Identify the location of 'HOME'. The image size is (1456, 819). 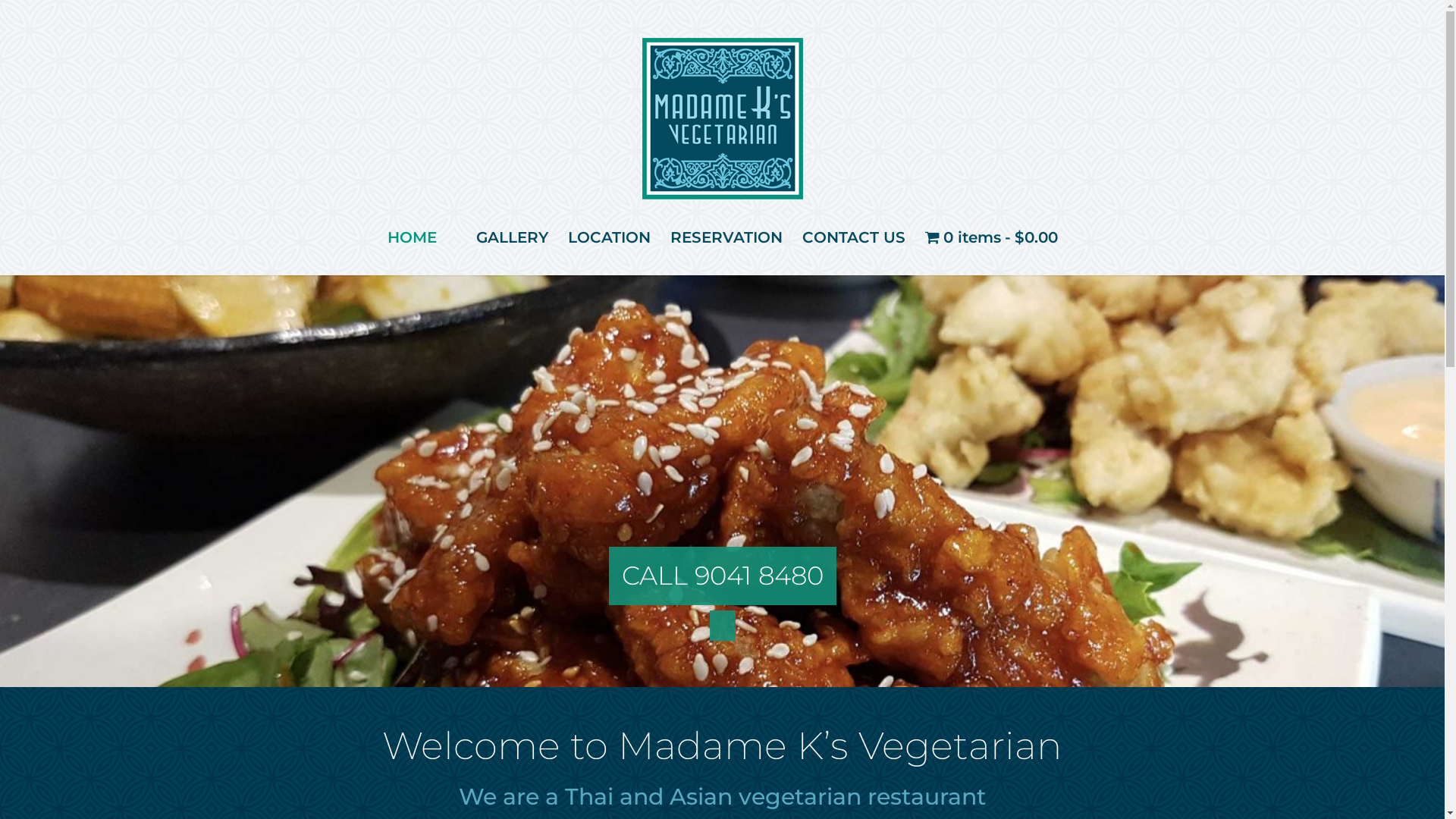
(412, 237).